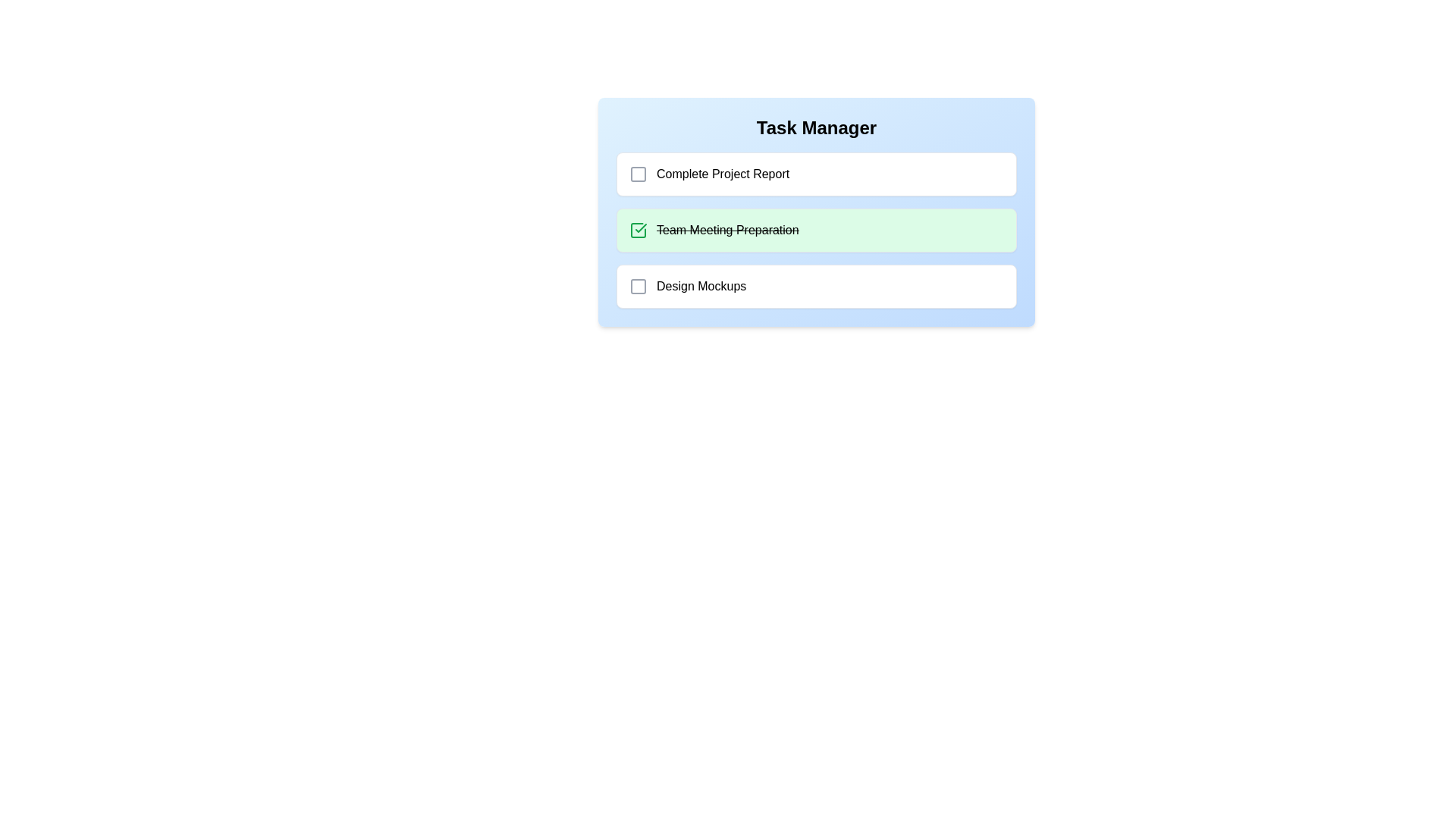  What do you see at coordinates (722, 174) in the screenshot?
I see `the text label that says 'Complete Project Report', which is styled with medium font weight and is located to the right of a checkbox icon in the task list` at bounding box center [722, 174].